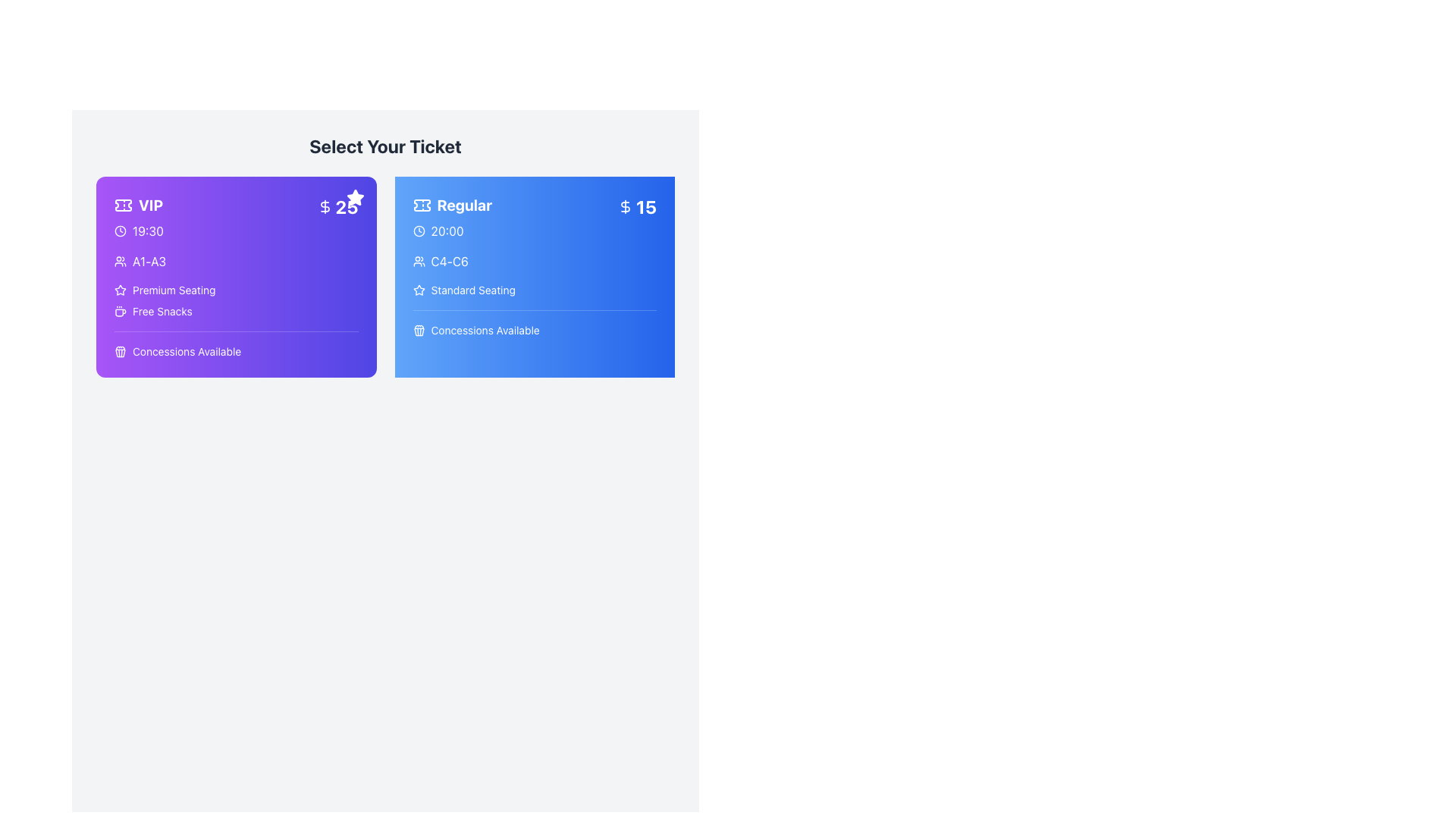 This screenshot has height=819, width=1456. I want to click on the circular graphical component located in the top-left area of the VIP ticket item card, so click(119, 231).